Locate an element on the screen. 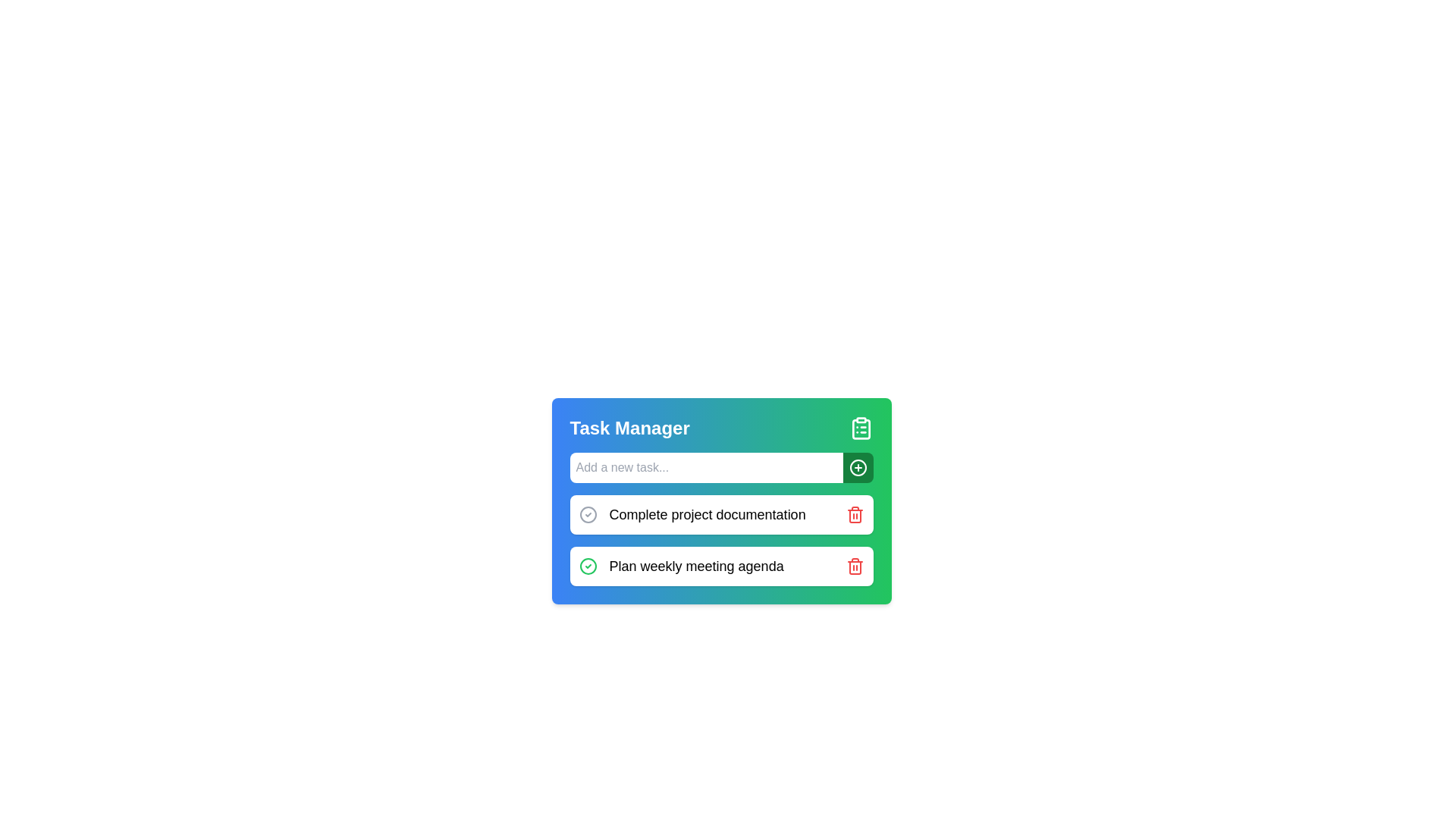 The height and width of the screenshot is (819, 1456). the green button with a plus icon located immediately to the right of the input field in the task management panel for interaction highlight is located at coordinates (858, 467).